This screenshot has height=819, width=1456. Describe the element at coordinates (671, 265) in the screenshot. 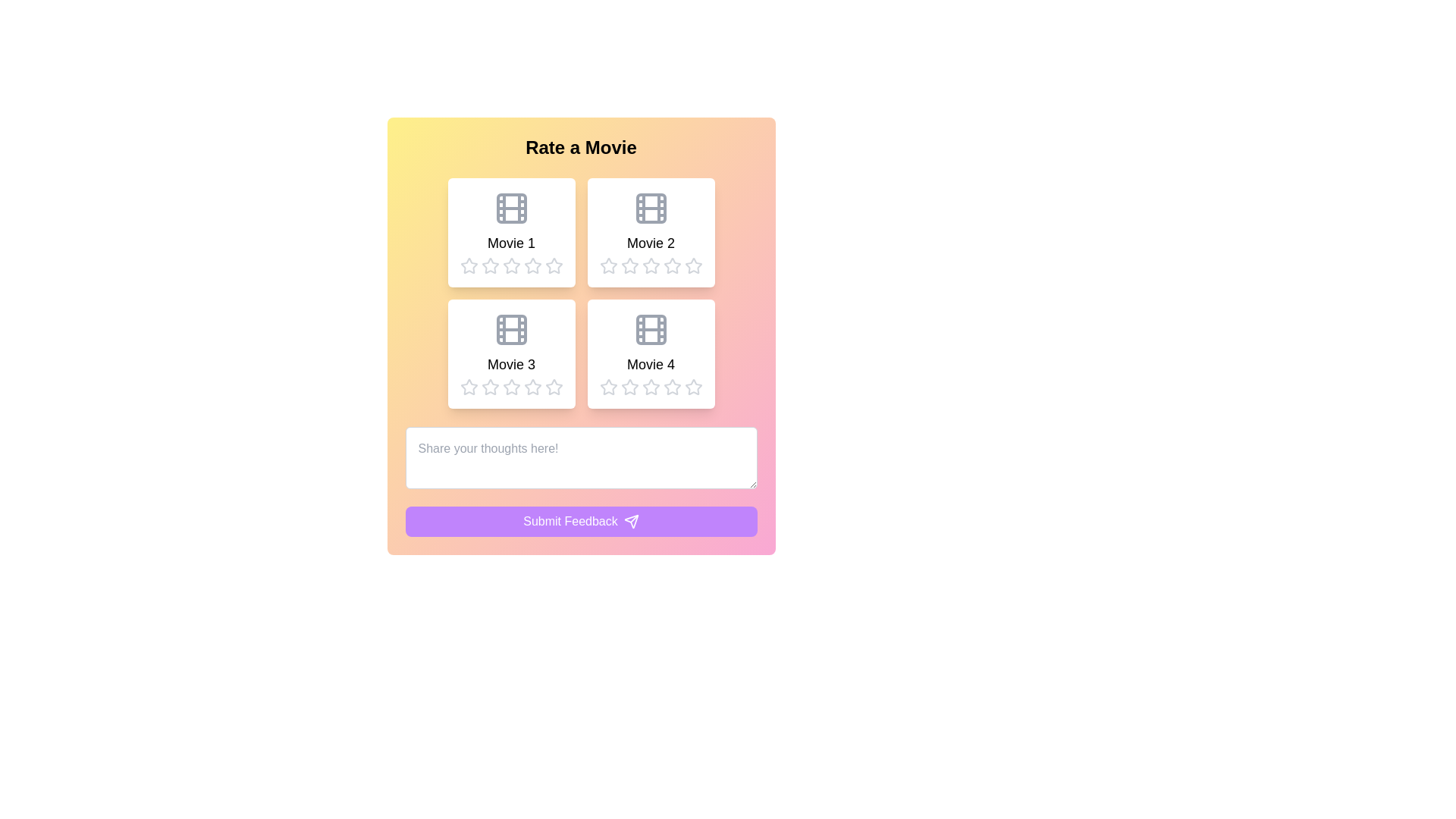

I see `over the star icon with light gray outlines, the second star from the left in the five-star rating bar under the 'Movie 2' section` at that location.